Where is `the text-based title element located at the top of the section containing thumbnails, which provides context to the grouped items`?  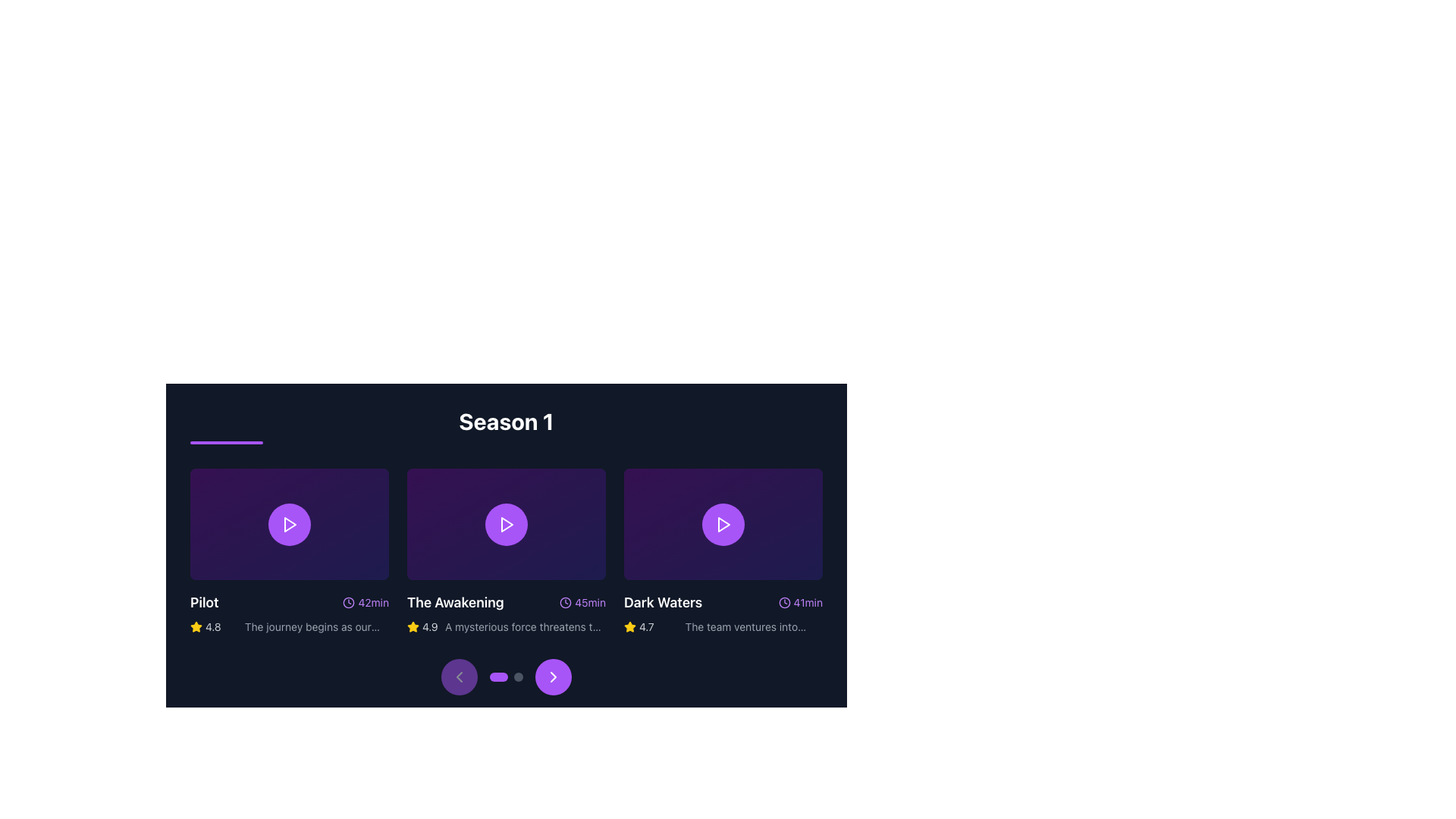
the text-based title element located at the top of the section containing thumbnails, which provides context to the grouped items is located at coordinates (506, 421).